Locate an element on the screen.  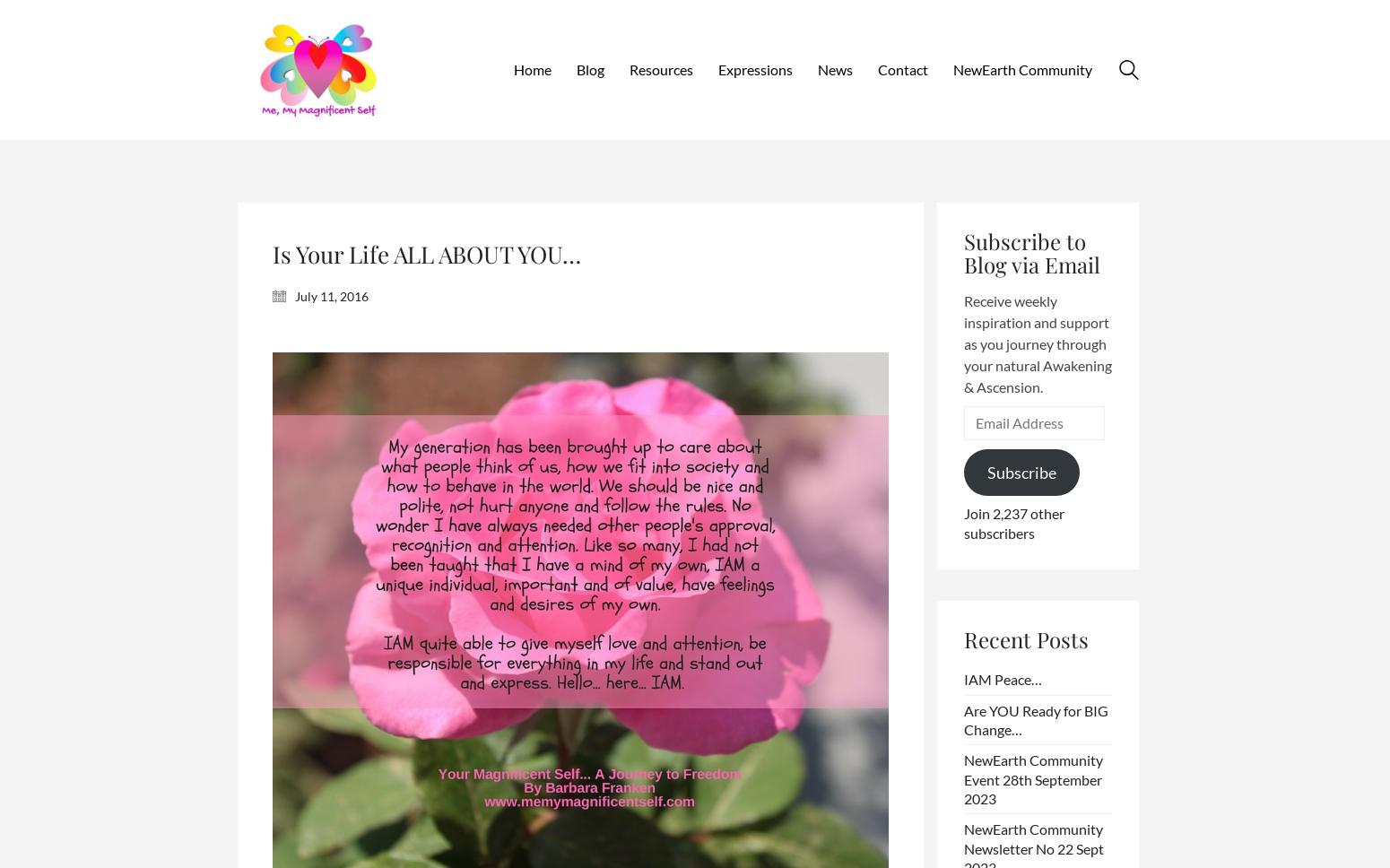
'r' is located at coordinates (986, 67).